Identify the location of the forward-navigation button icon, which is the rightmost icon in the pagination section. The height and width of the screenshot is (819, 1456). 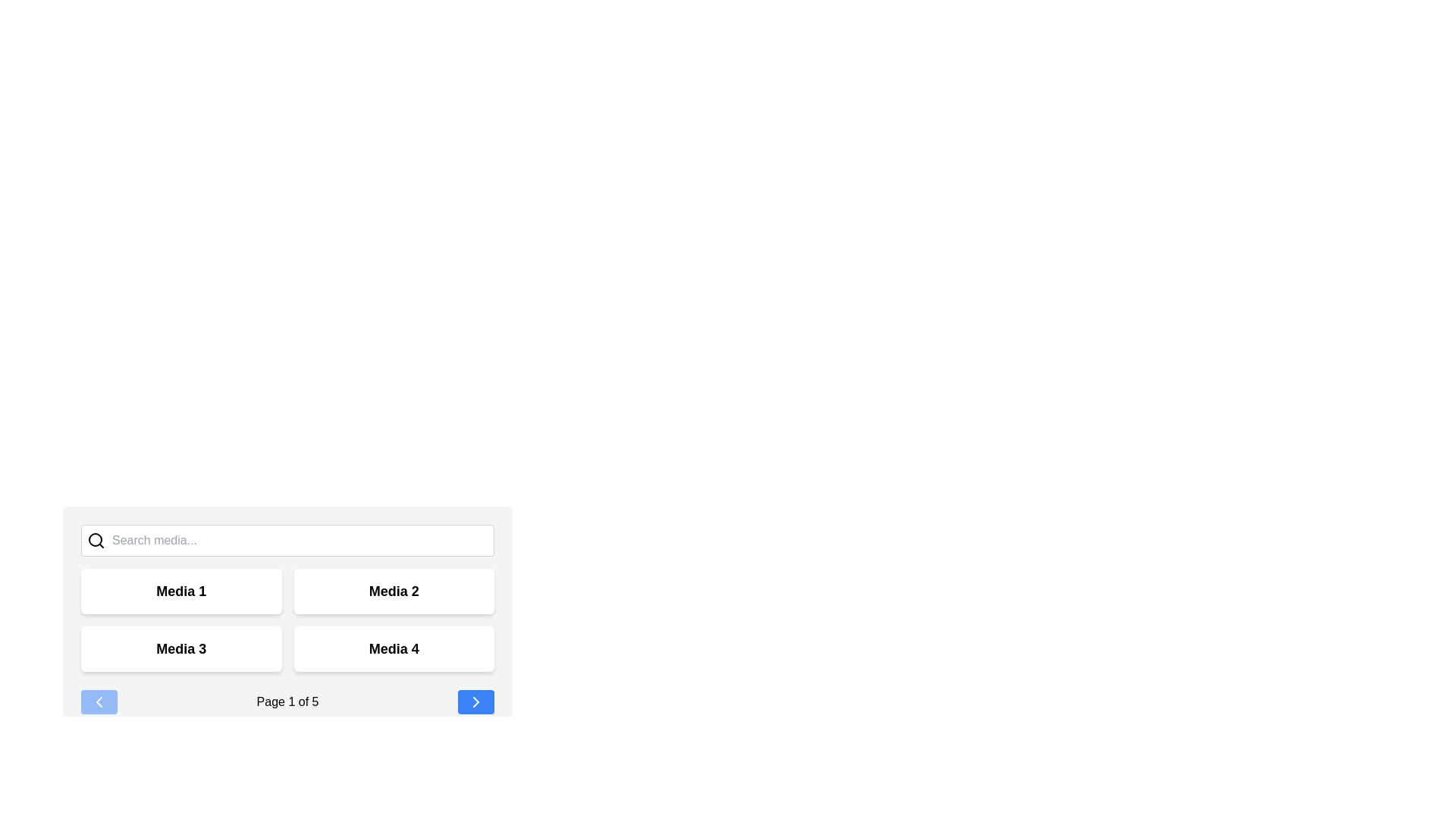
(475, 701).